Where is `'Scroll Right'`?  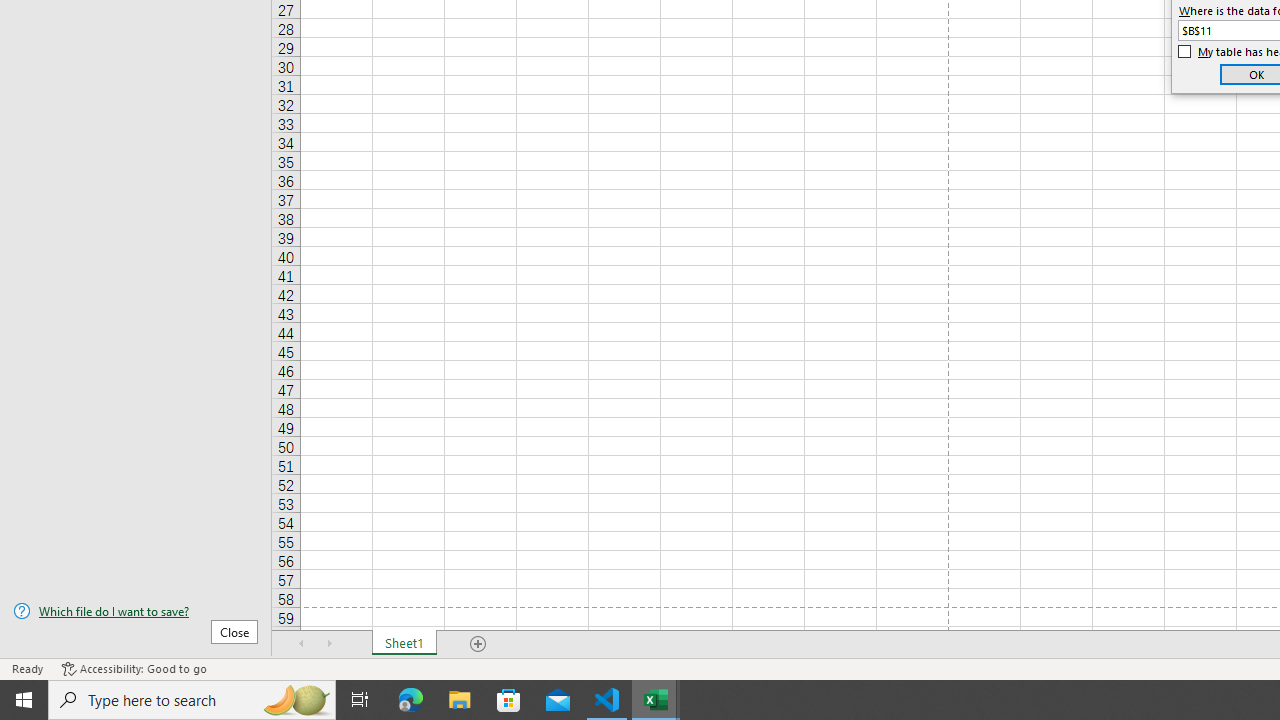 'Scroll Right' is located at coordinates (330, 644).